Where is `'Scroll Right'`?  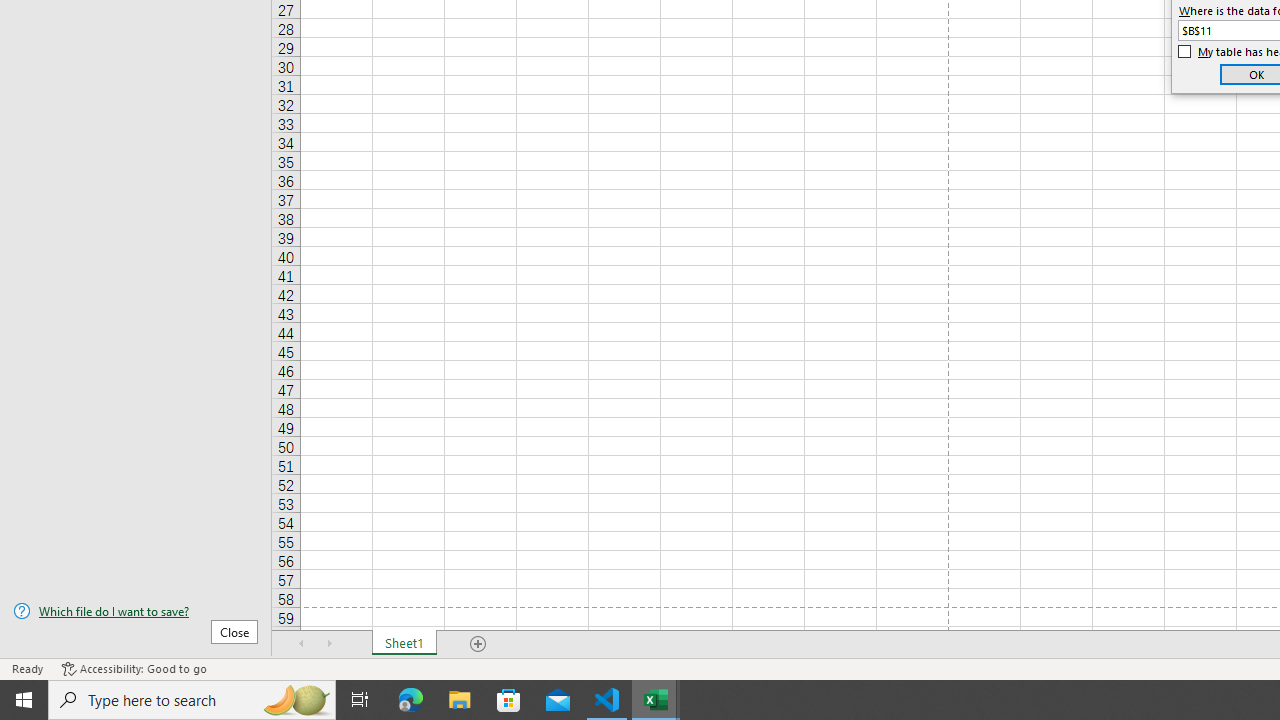 'Scroll Right' is located at coordinates (330, 644).